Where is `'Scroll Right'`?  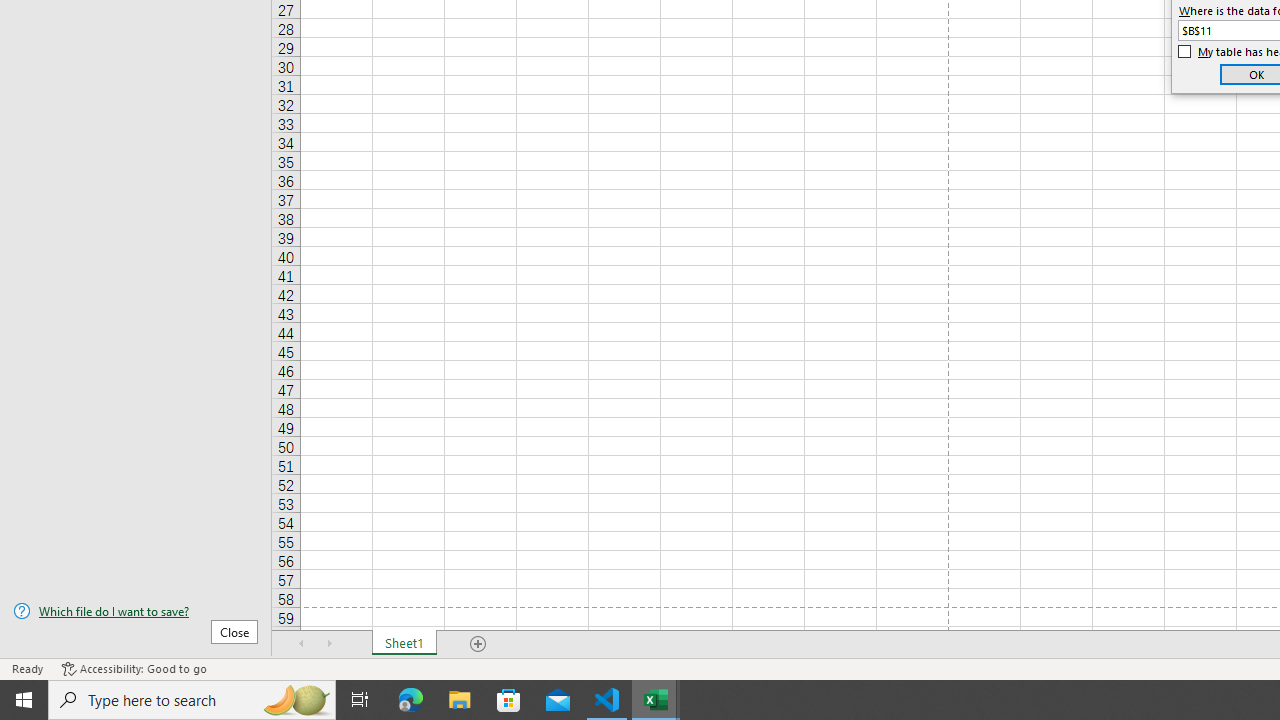 'Scroll Right' is located at coordinates (330, 644).